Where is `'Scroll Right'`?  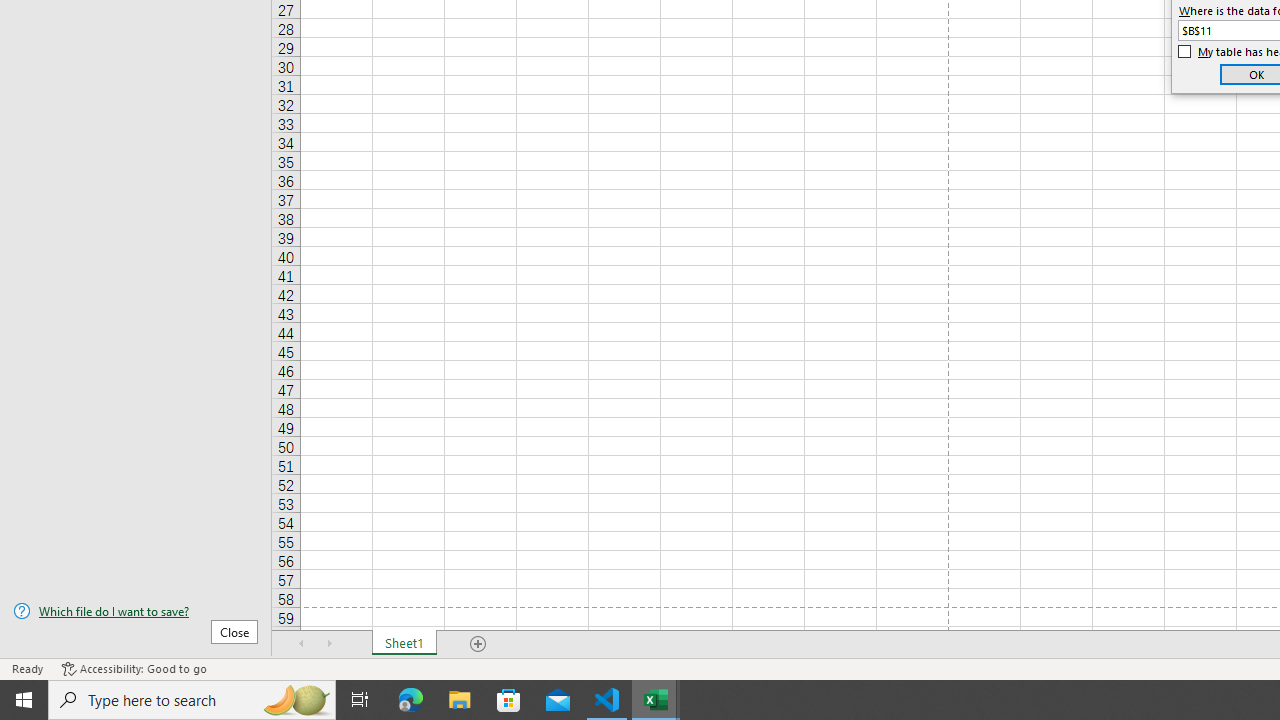 'Scroll Right' is located at coordinates (330, 644).